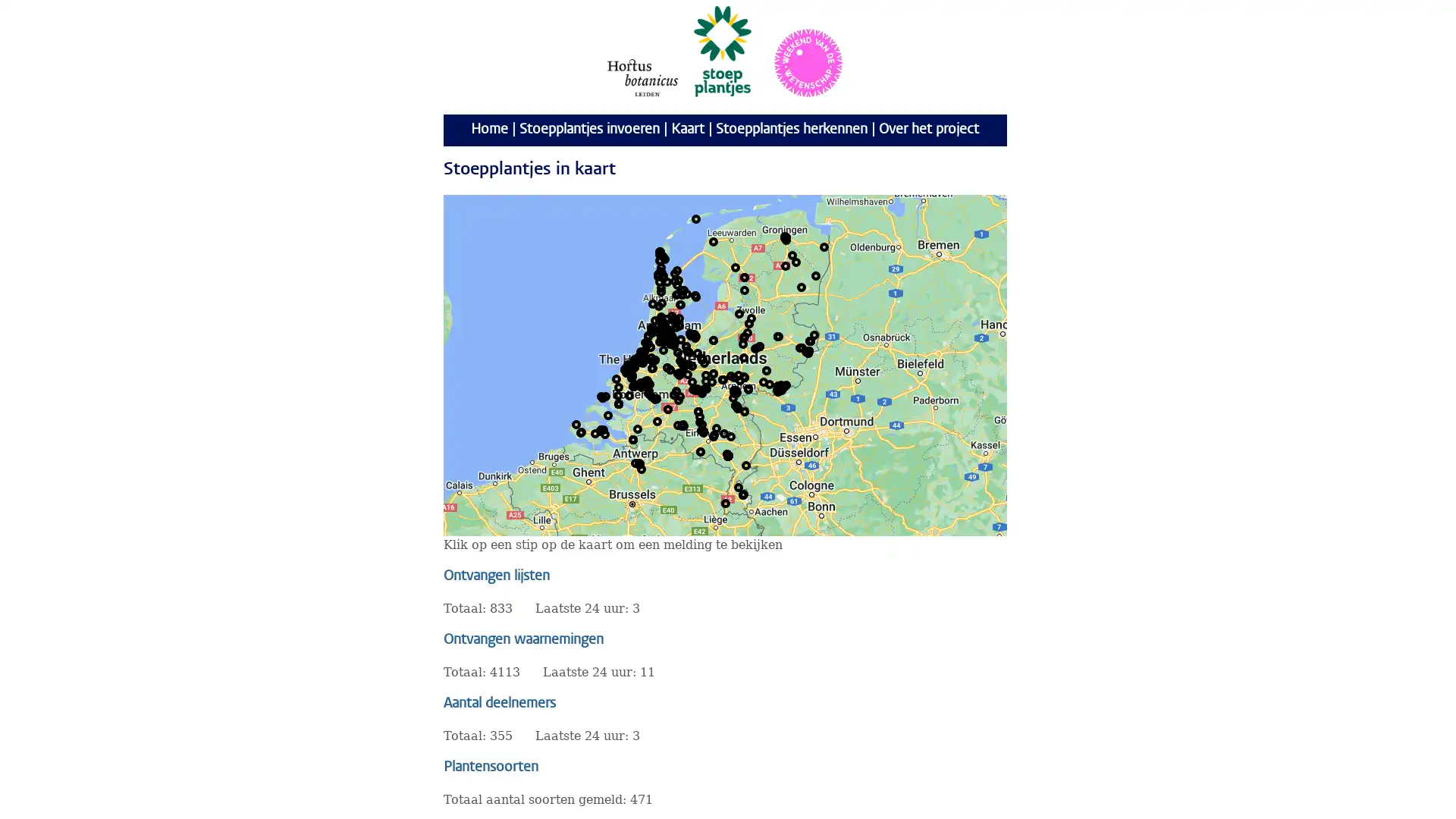 Image resolution: width=1456 pixels, height=819 pixels. Describe the element at coordinates (619, 403) in the screenshot. I see `Telling van Leonardo op 31 mei 2022` at that location.